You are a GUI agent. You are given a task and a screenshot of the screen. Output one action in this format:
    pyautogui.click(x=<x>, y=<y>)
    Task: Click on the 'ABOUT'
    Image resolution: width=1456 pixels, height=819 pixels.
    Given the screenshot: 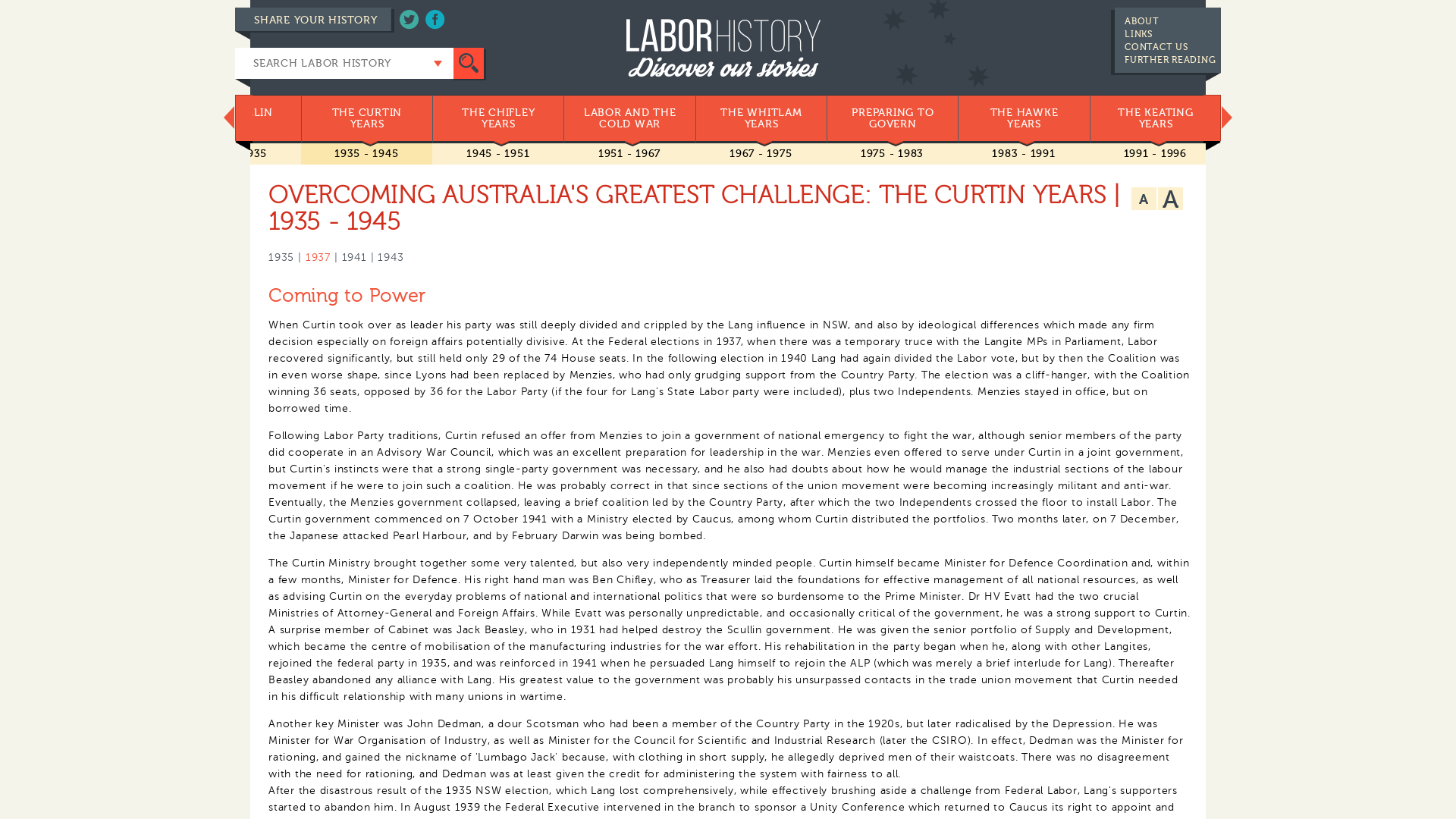 What is the action you would take?
    pyautogui.click(x=1125, y=20)
    